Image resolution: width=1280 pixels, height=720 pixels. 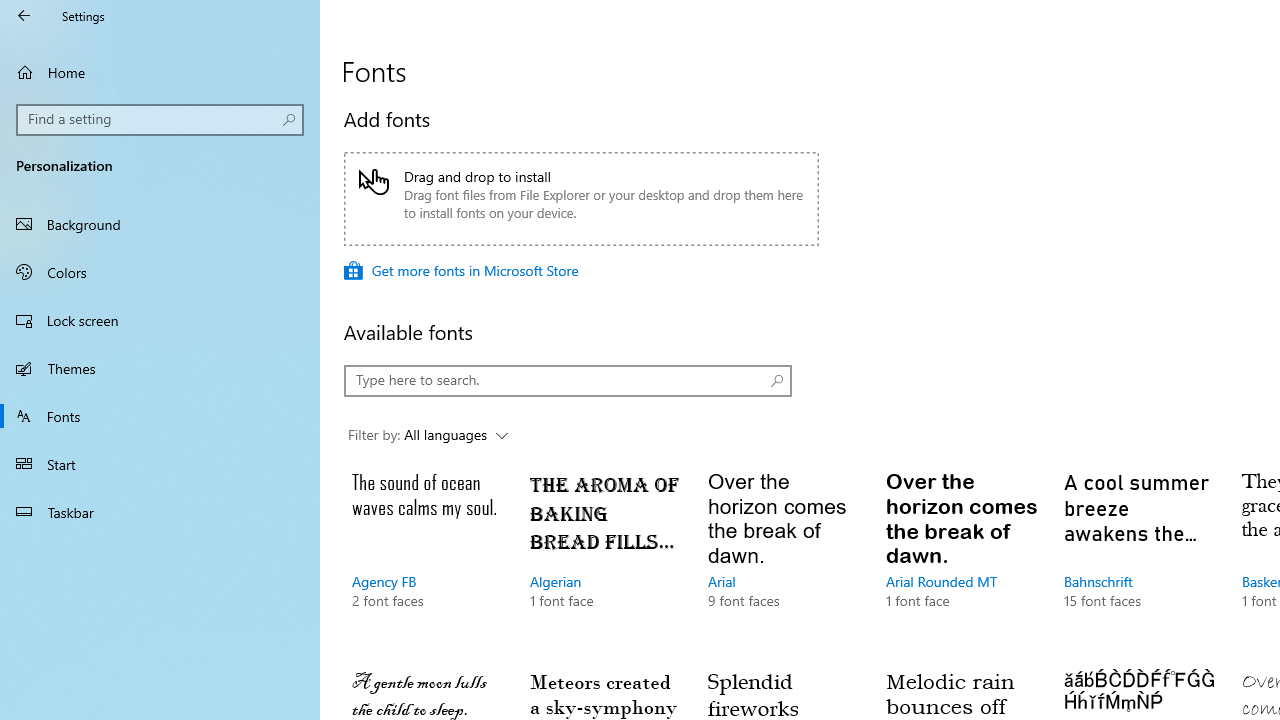 What do you see at coordinates (160, 510) in the screenshot?
I see `'Taskbar'` at bounding box center [160, 510].